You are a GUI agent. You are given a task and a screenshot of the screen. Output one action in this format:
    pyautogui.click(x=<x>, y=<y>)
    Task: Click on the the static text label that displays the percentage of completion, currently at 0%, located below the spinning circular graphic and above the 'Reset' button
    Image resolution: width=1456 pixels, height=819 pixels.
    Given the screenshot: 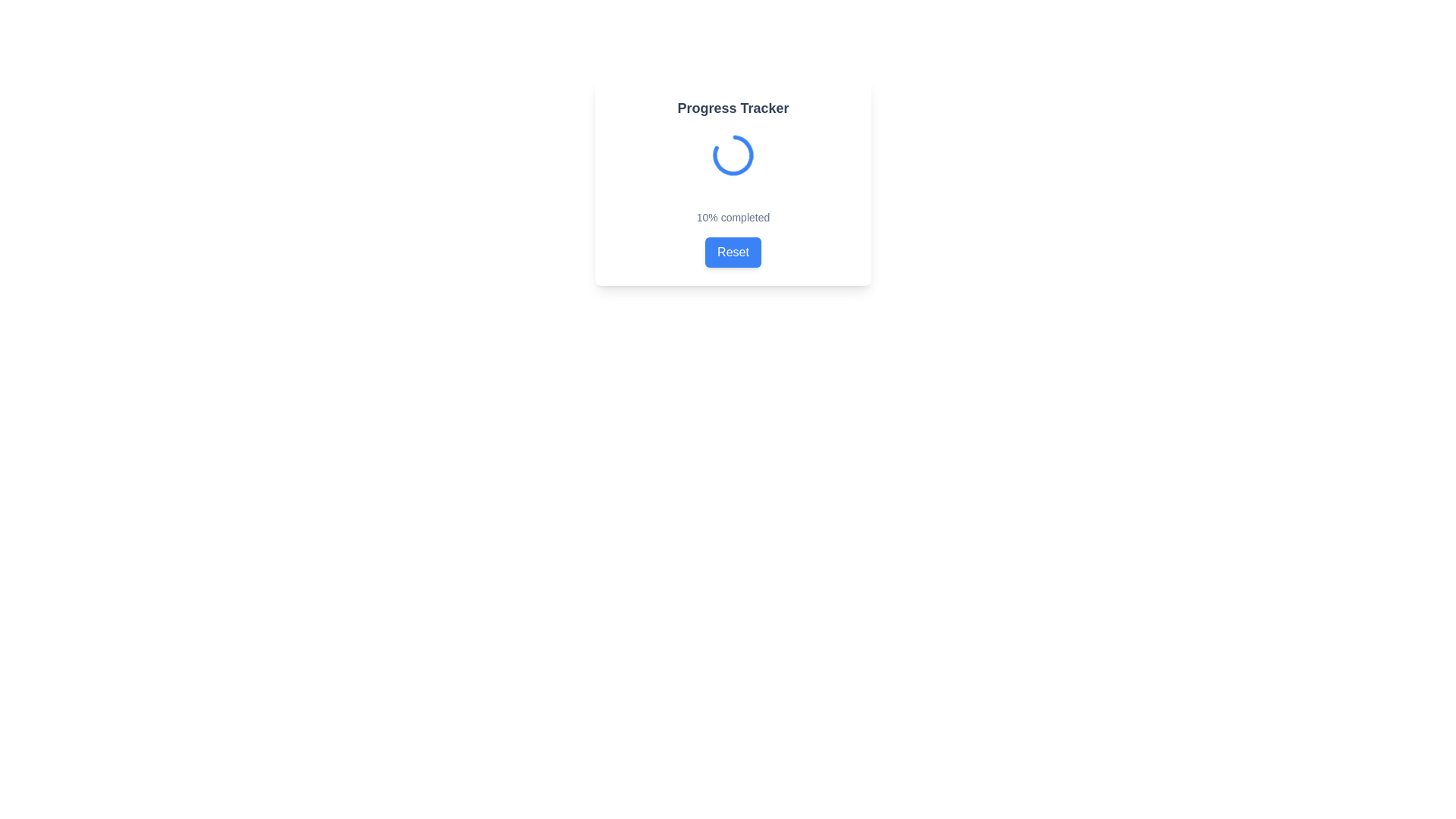 What is the action you would take?
    pyautogui.click(x=733, y=217)
    